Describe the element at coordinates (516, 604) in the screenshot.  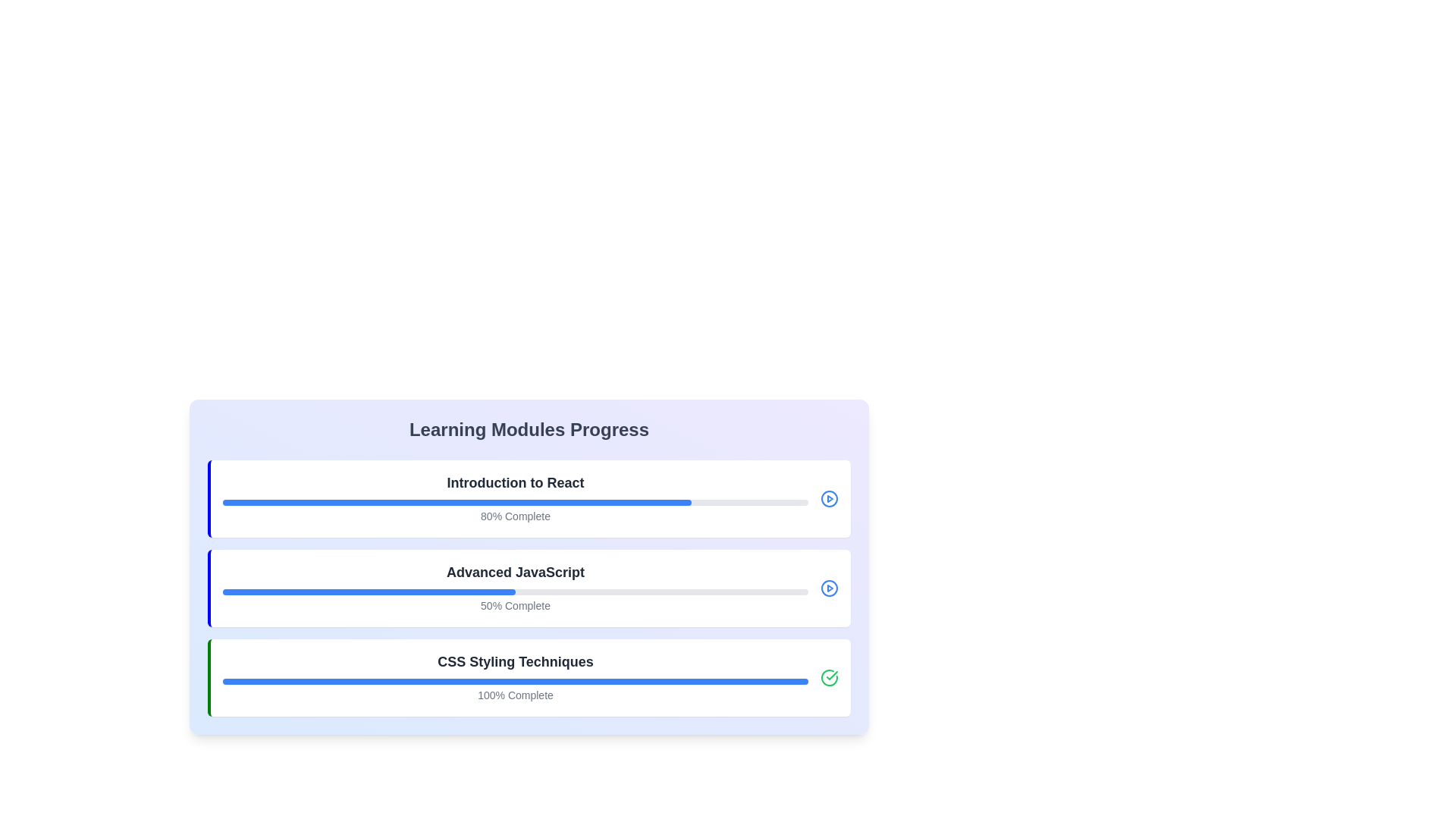
I see `the text label displaying '50% Complete' which is positioned below the blue progress bar for the 'Advanced JavaScript' module` at that location.